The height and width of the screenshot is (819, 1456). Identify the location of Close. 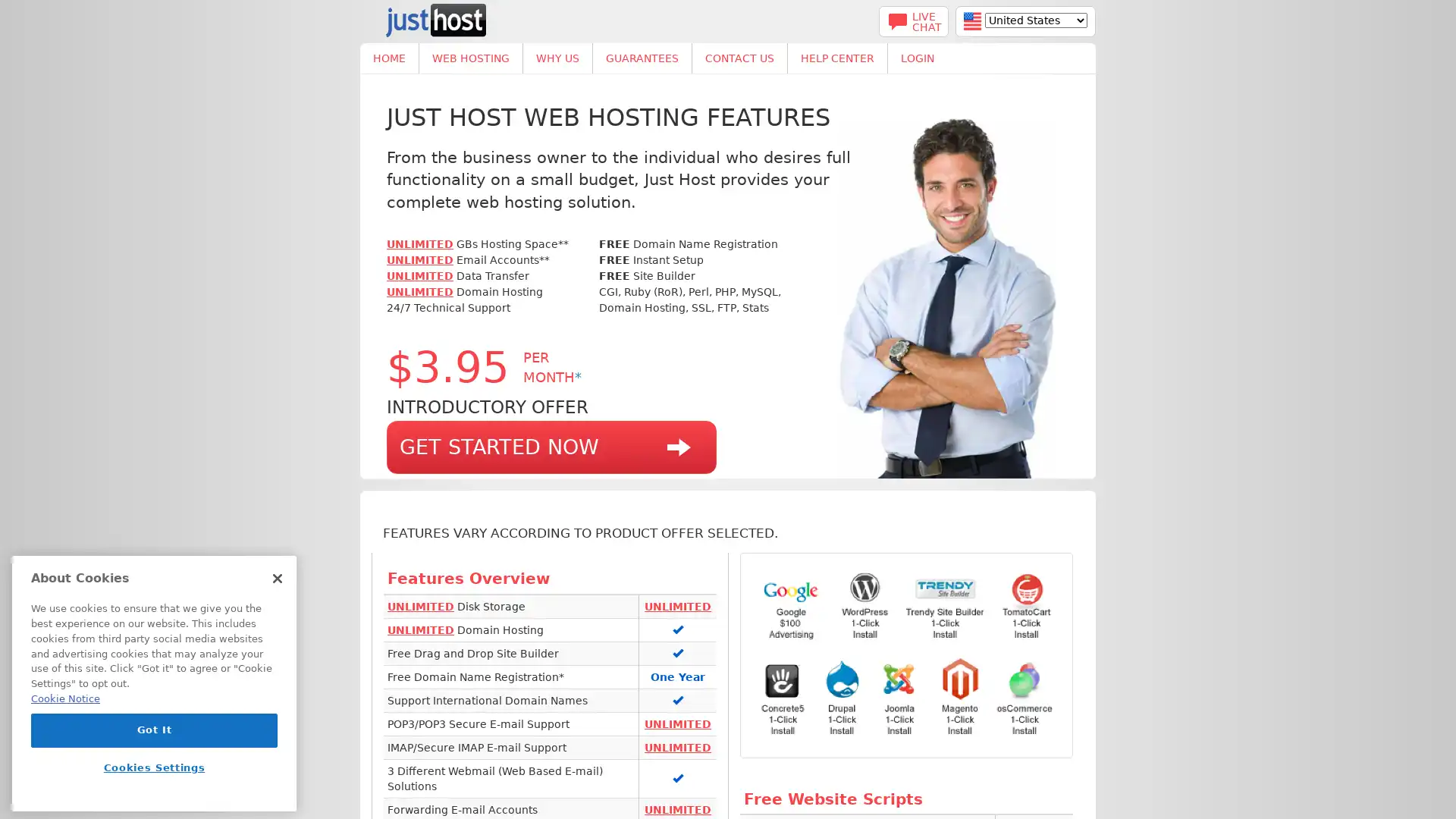
(277, 579).